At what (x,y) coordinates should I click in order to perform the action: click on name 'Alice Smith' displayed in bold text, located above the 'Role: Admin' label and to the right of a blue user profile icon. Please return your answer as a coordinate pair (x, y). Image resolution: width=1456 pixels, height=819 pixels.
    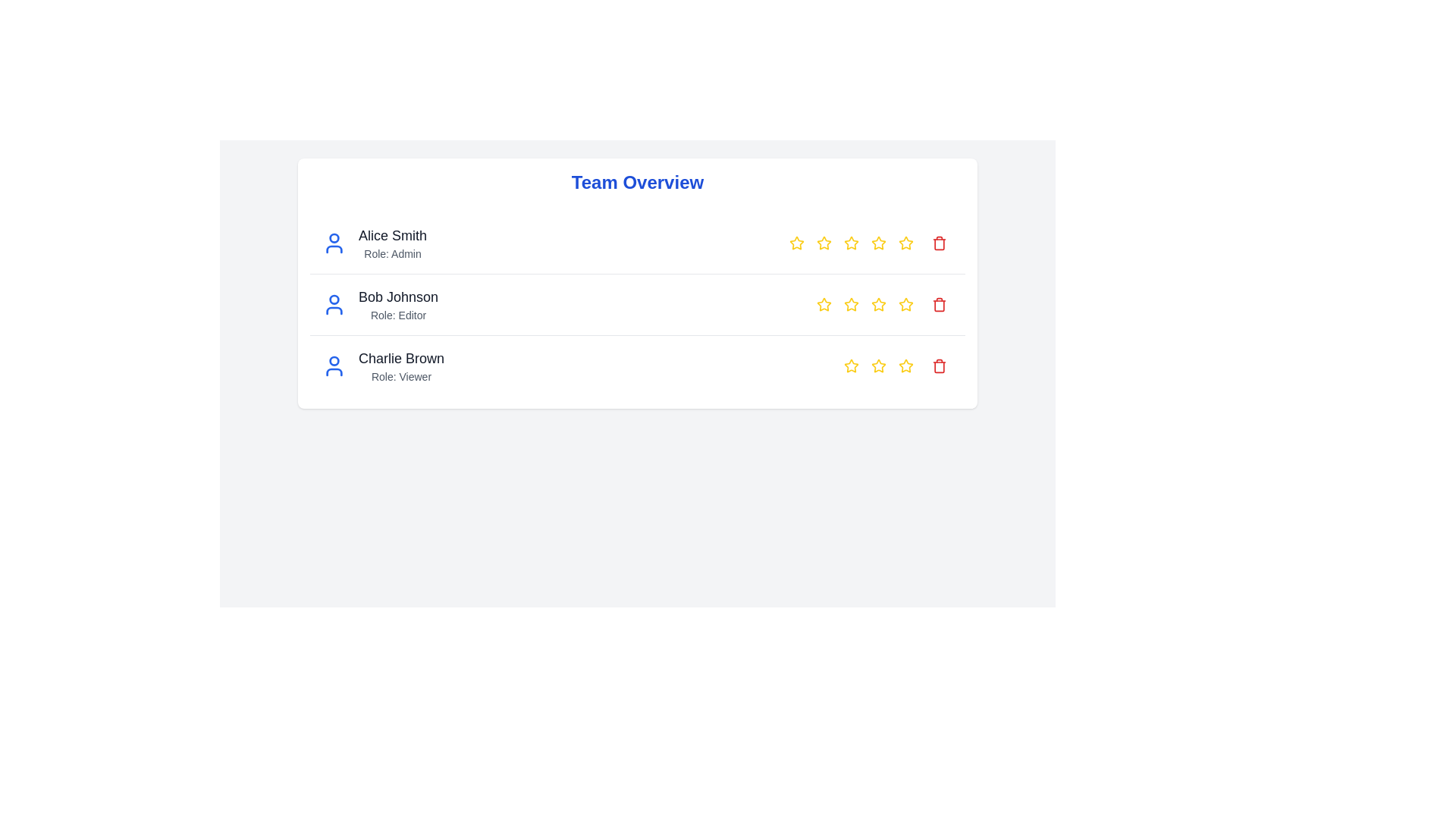
    Looking at the image, I should click on (393, 236).